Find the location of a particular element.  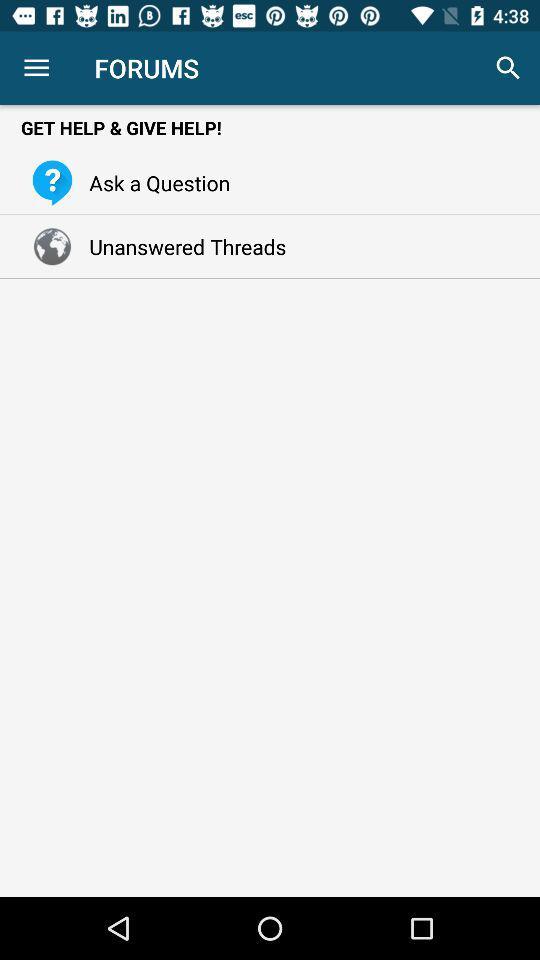

the icon above the get help give item is located at coordinates (508, 68).